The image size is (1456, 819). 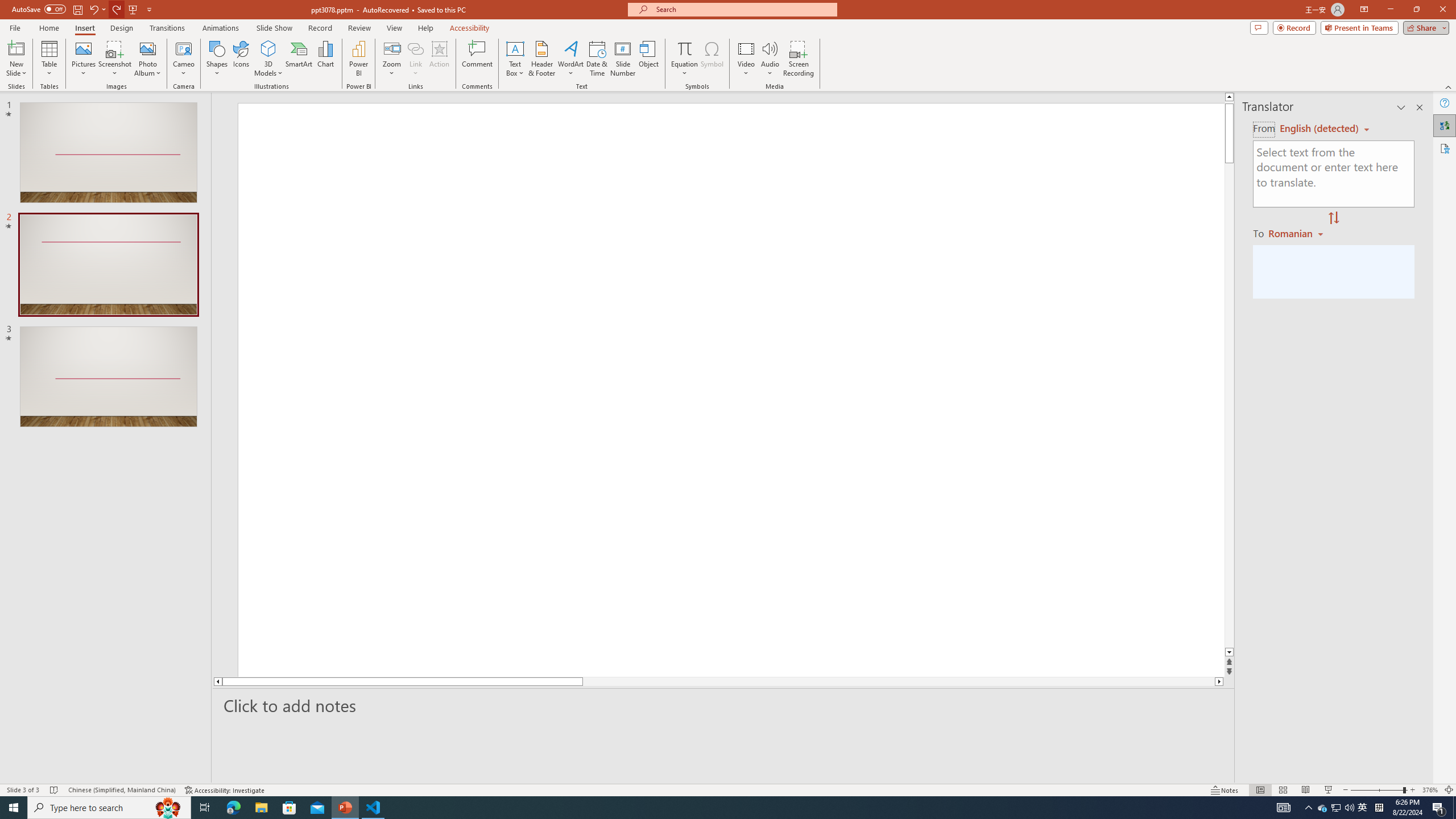 I want to click on 'WordArt', so click(x=570, y=59).